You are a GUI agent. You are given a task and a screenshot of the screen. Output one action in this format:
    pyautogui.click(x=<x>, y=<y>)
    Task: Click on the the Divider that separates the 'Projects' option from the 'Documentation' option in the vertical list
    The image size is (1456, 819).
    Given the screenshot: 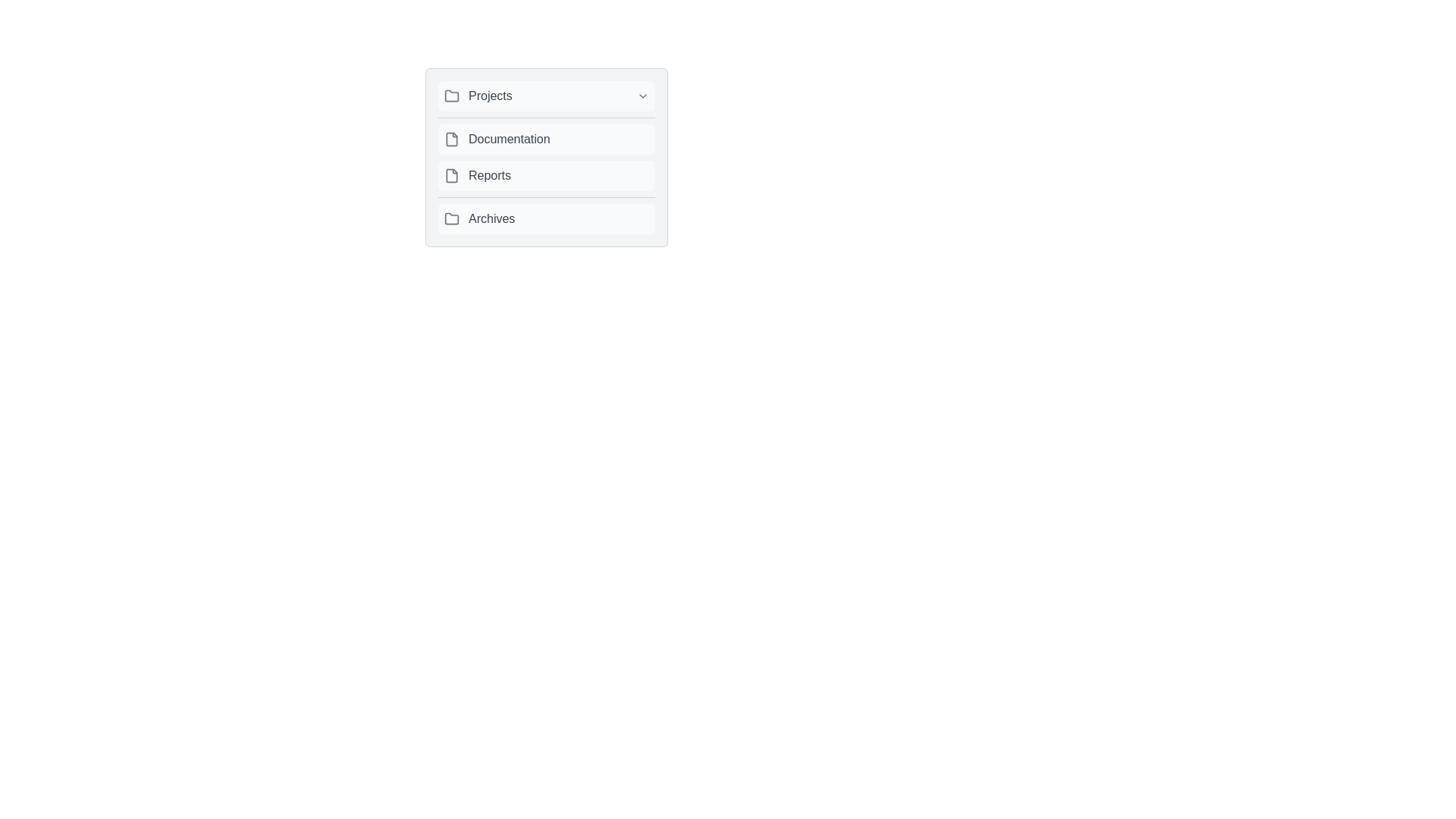 What is the action you would take?
    pyautogui.click(x=546, y=116)
    